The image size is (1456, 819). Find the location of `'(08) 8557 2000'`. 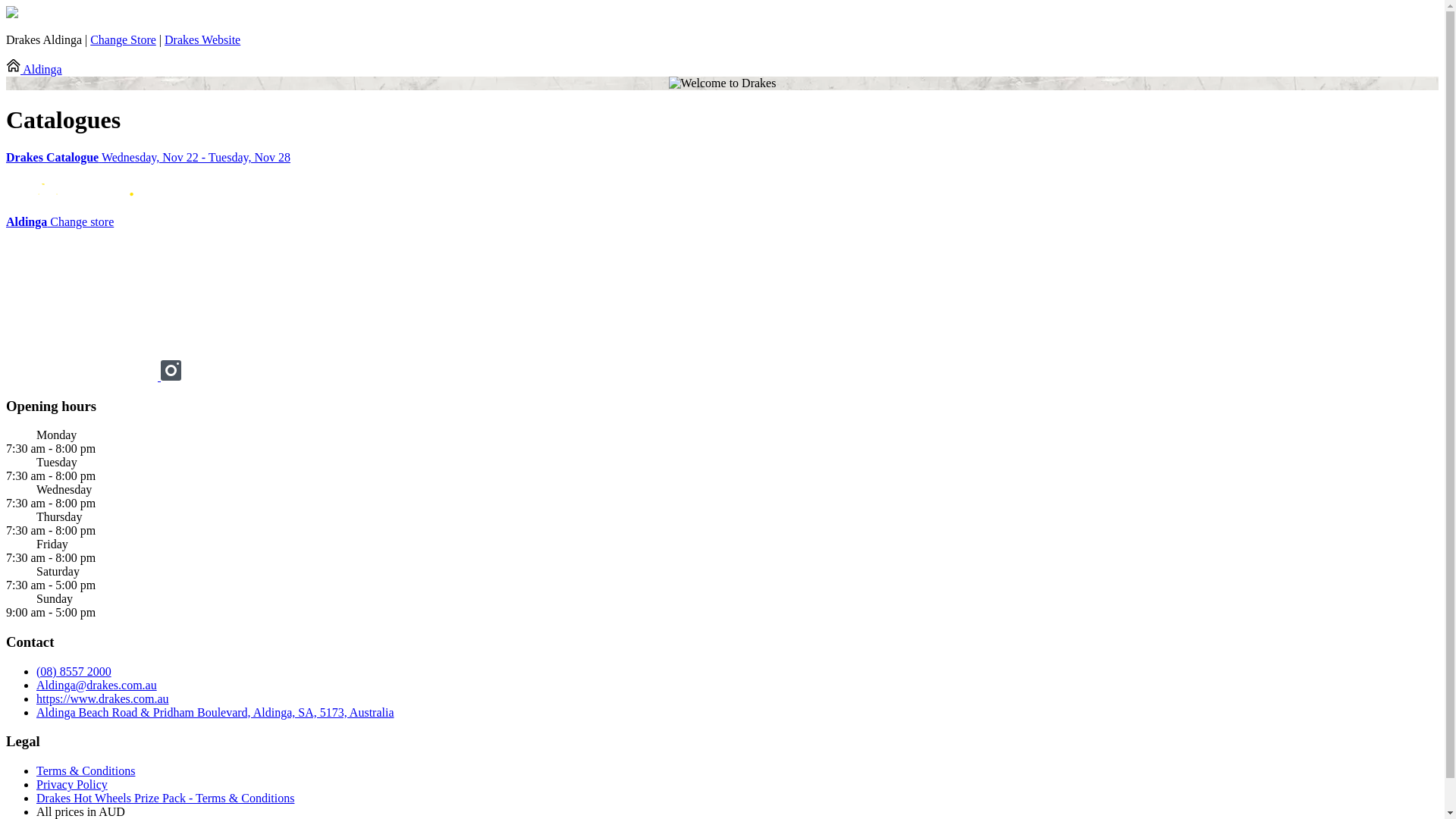

'(08) 8557 2000' is located at coordinates (73, 670).